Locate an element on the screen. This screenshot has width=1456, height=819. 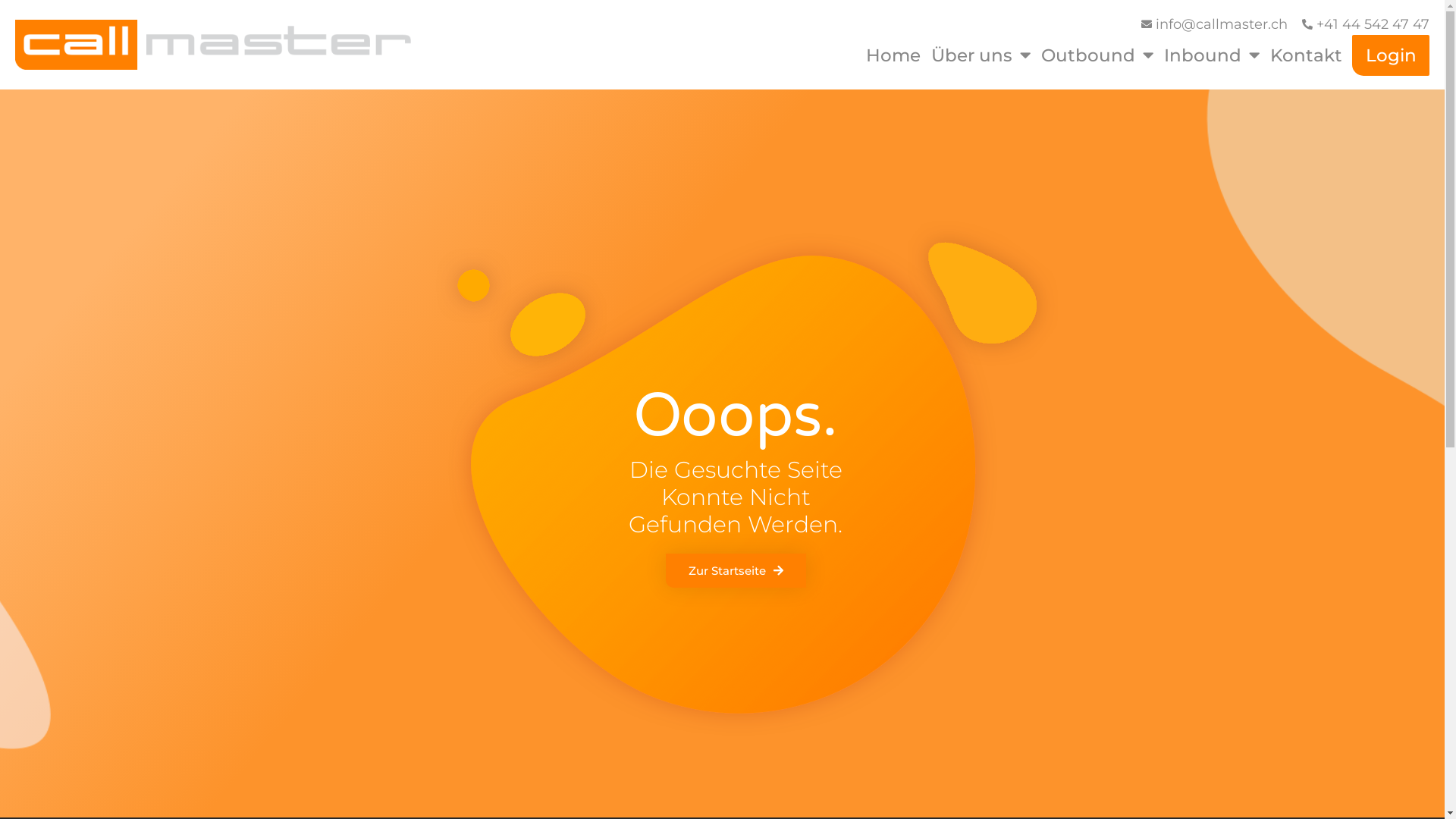
'Inbound' is located at coordinates (1211, 55).